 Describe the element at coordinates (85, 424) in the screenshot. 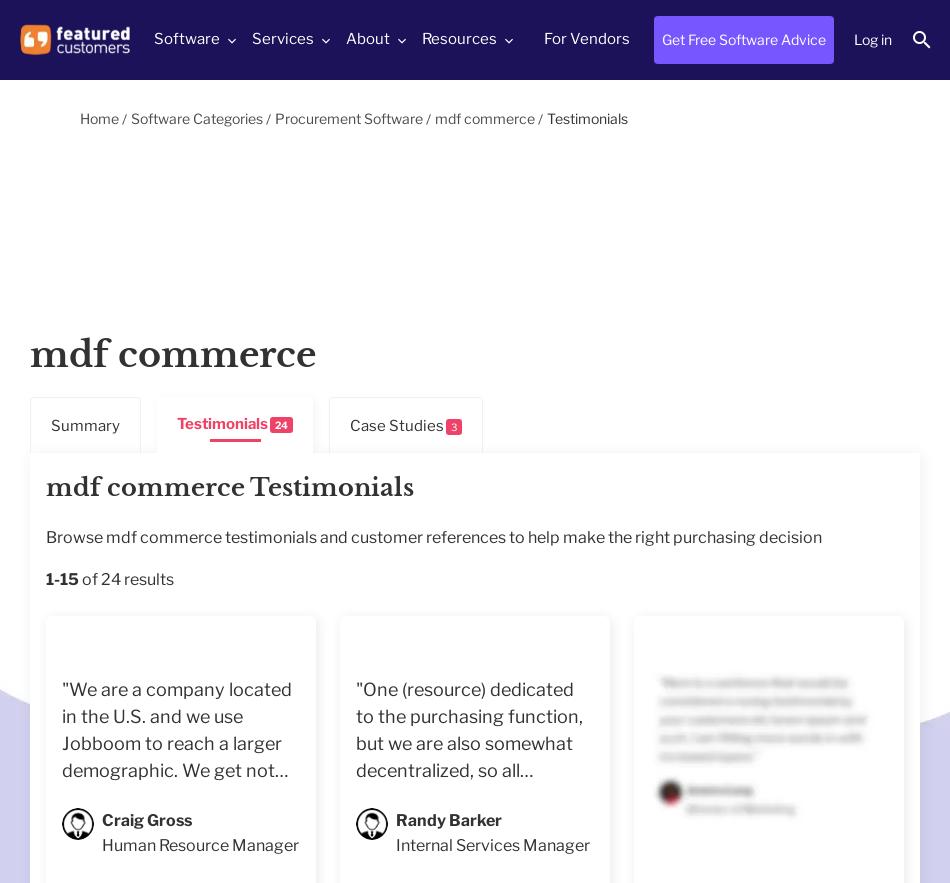

I see `'Summary'` at that location.